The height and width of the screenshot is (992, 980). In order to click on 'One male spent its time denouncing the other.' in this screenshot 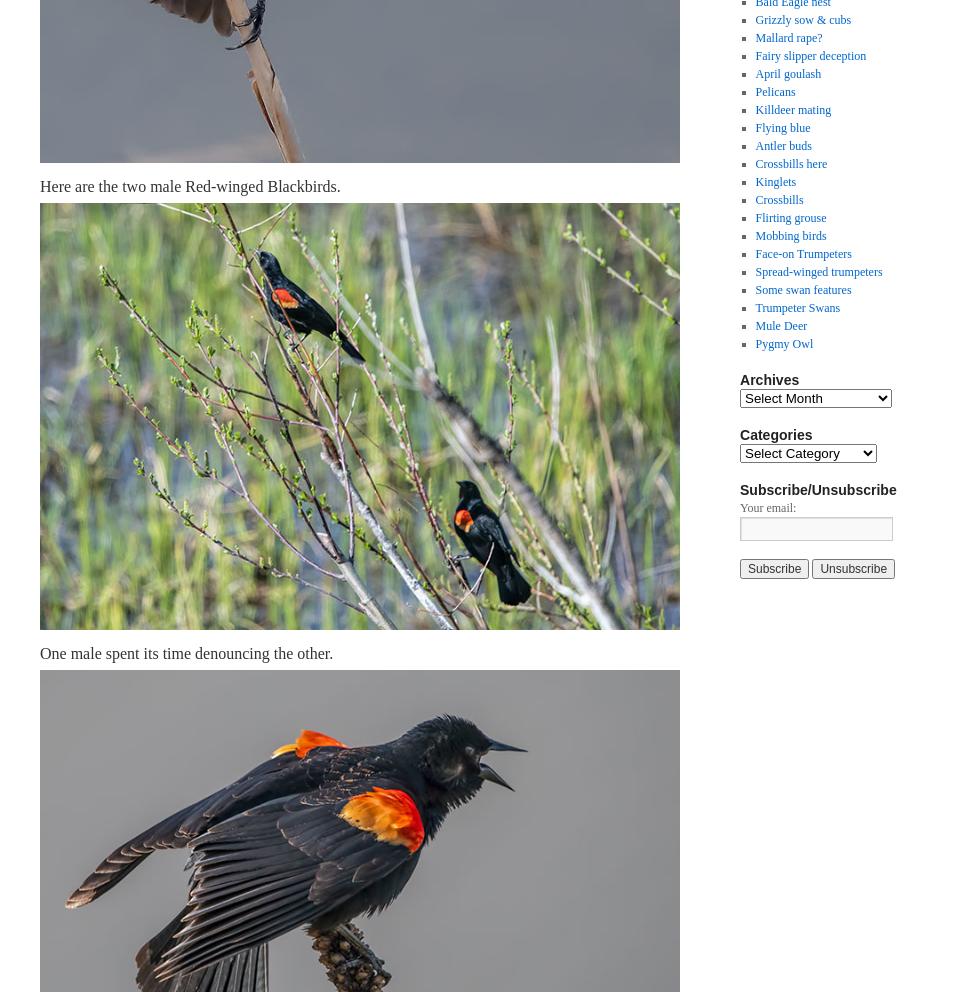, I will do `click(186, 652)`.